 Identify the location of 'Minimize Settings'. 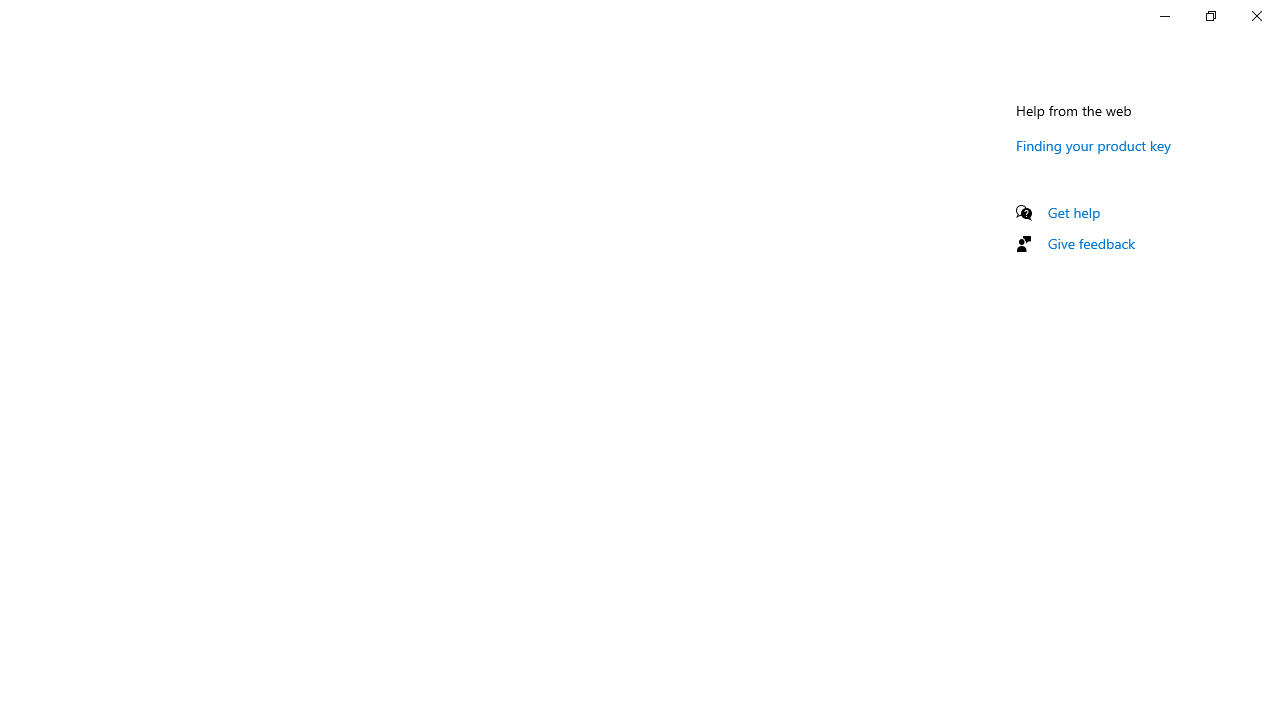
(1164, 15).